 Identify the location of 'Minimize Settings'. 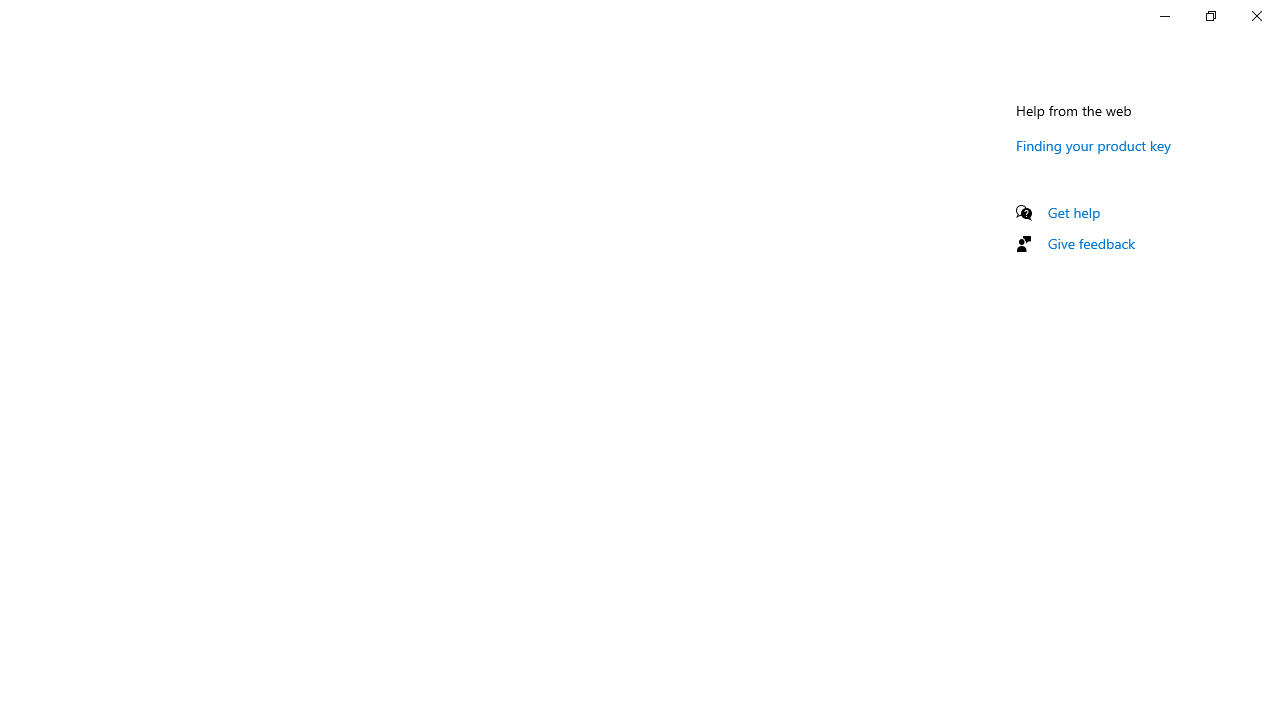
(1164, 15).